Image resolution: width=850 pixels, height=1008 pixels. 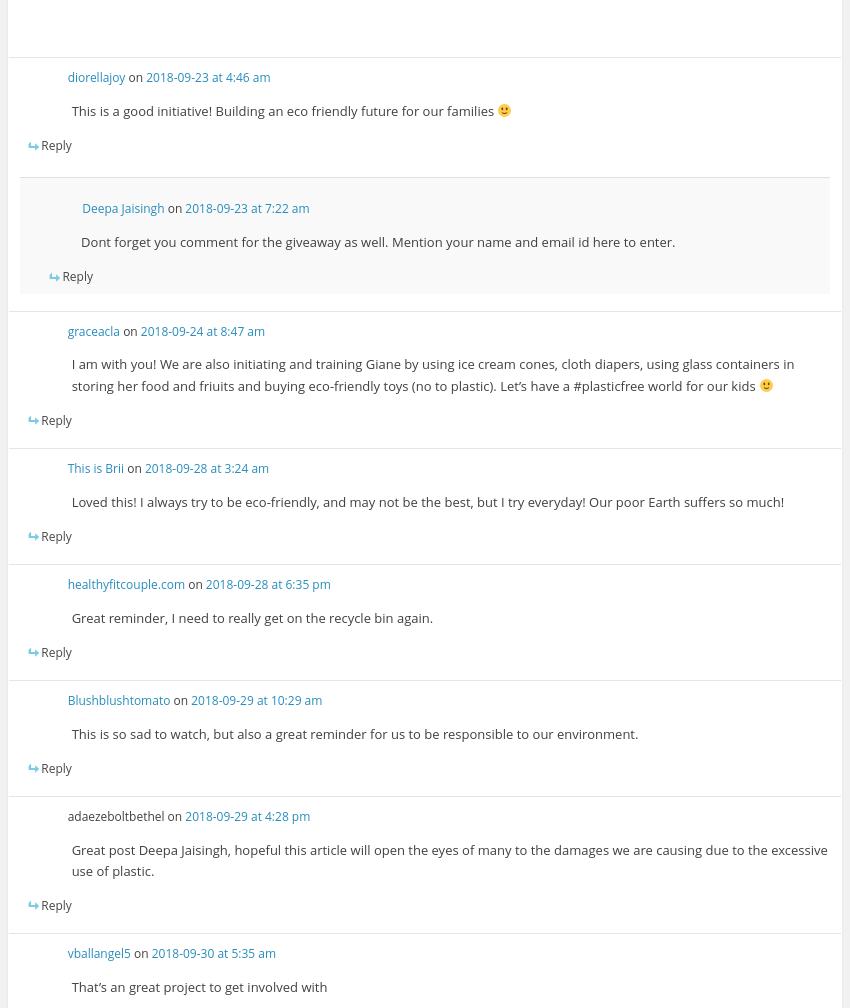 What do you see at coordinates (94, 468) in the screenshot?
I see `'This is Brii'` at bounding box center [94, 468].